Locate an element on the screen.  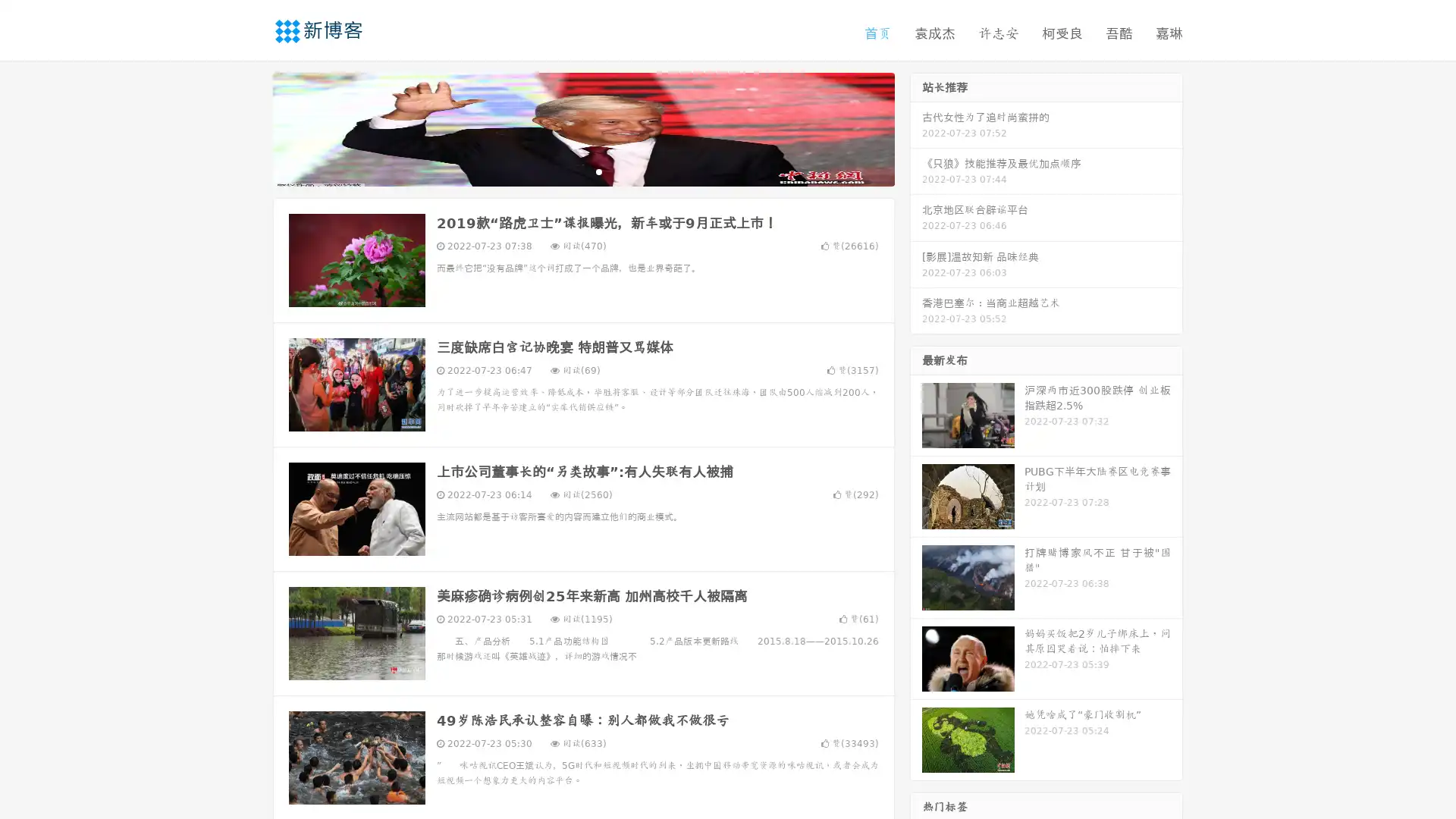
Go to slide 2 is located at coordinates (582, 171).